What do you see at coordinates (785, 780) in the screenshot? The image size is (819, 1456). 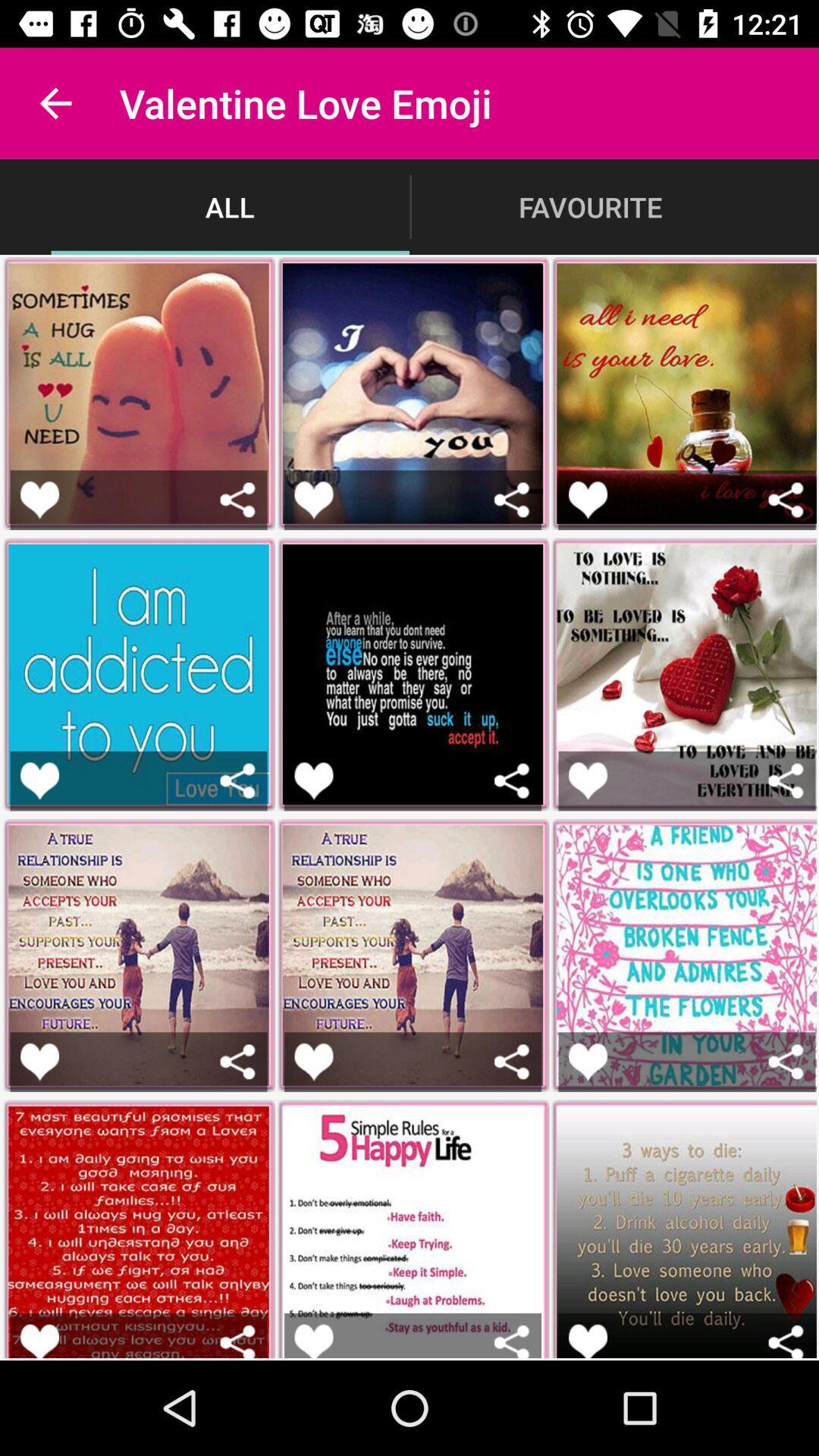 I see `share the picture` at bounding box center [785, 780].